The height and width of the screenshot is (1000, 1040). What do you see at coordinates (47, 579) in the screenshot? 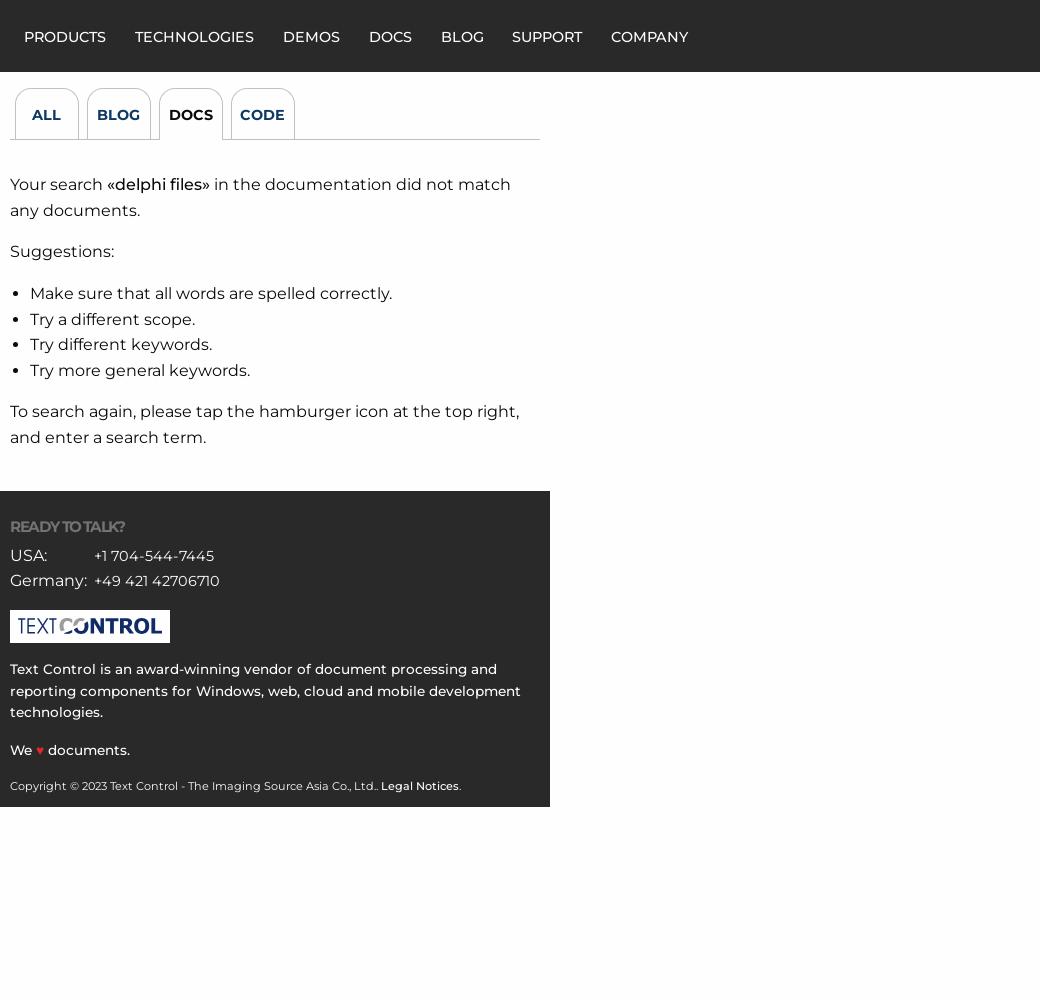
I see `'Germany:'` at bounding box center [47, 579].